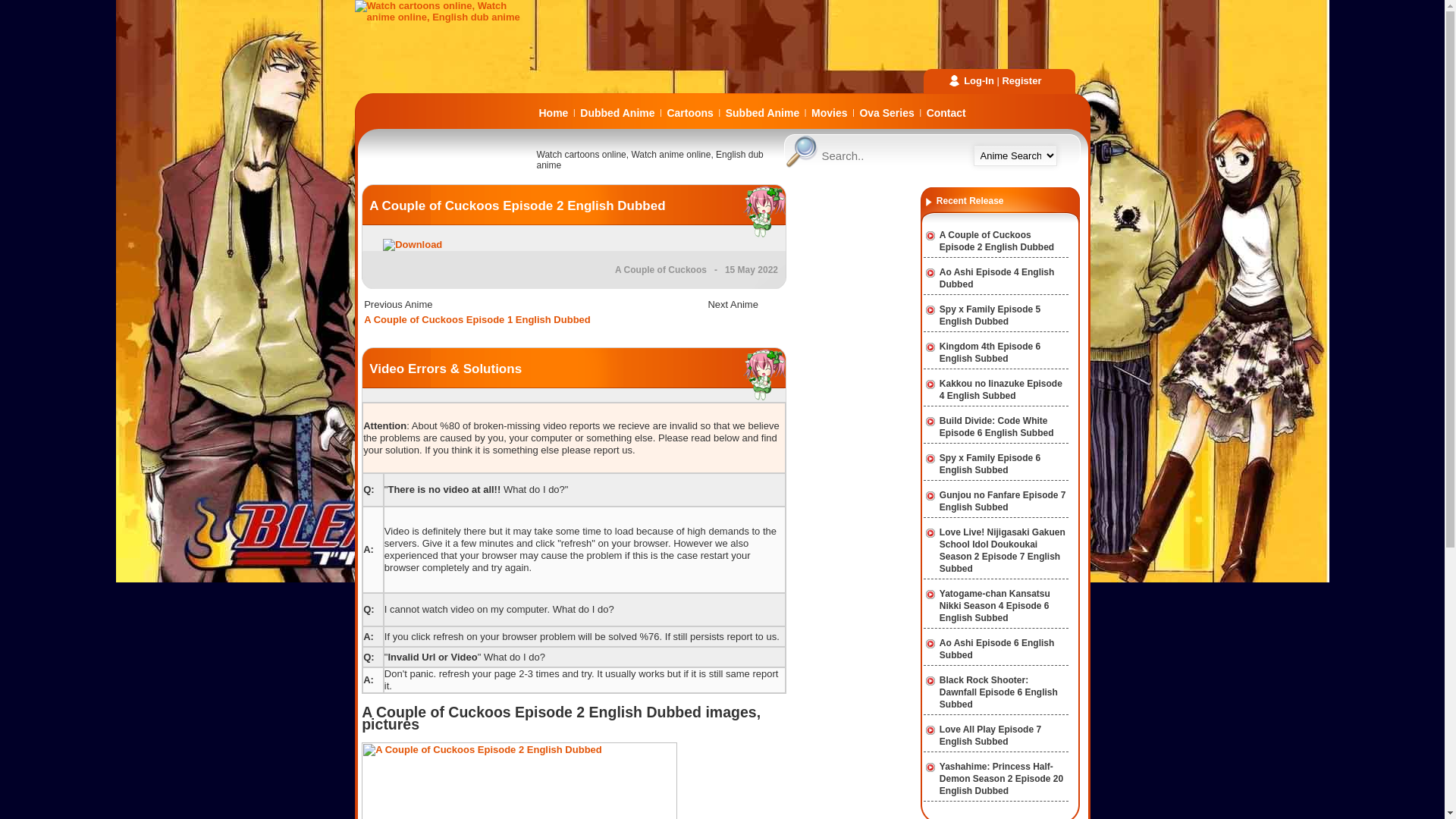 This screenshot has width=1456, height=819. I want to click on 'Video Errors & Solutions', so click(444, 369).